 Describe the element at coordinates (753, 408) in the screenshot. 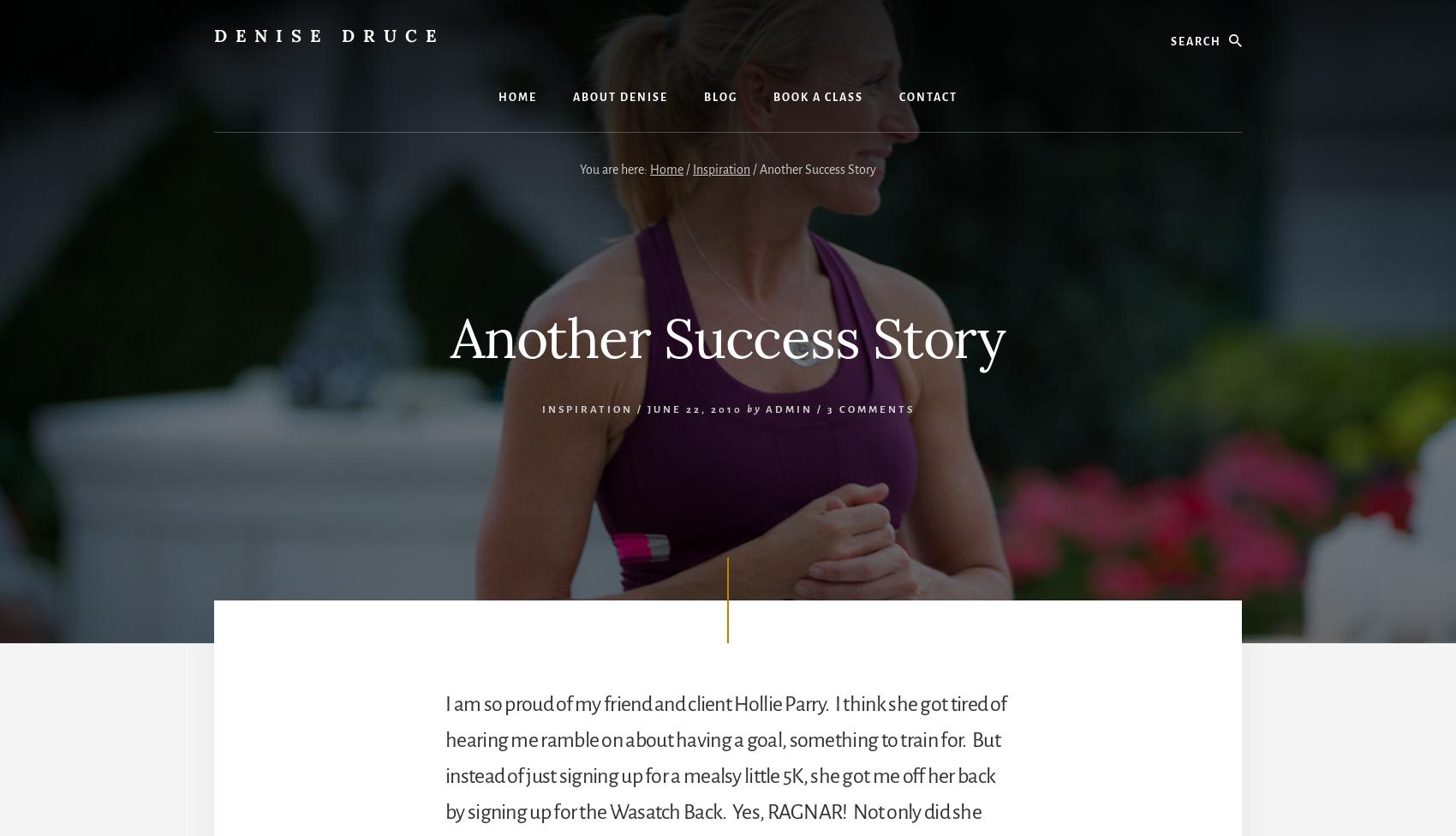

I see `'by'` at that location.